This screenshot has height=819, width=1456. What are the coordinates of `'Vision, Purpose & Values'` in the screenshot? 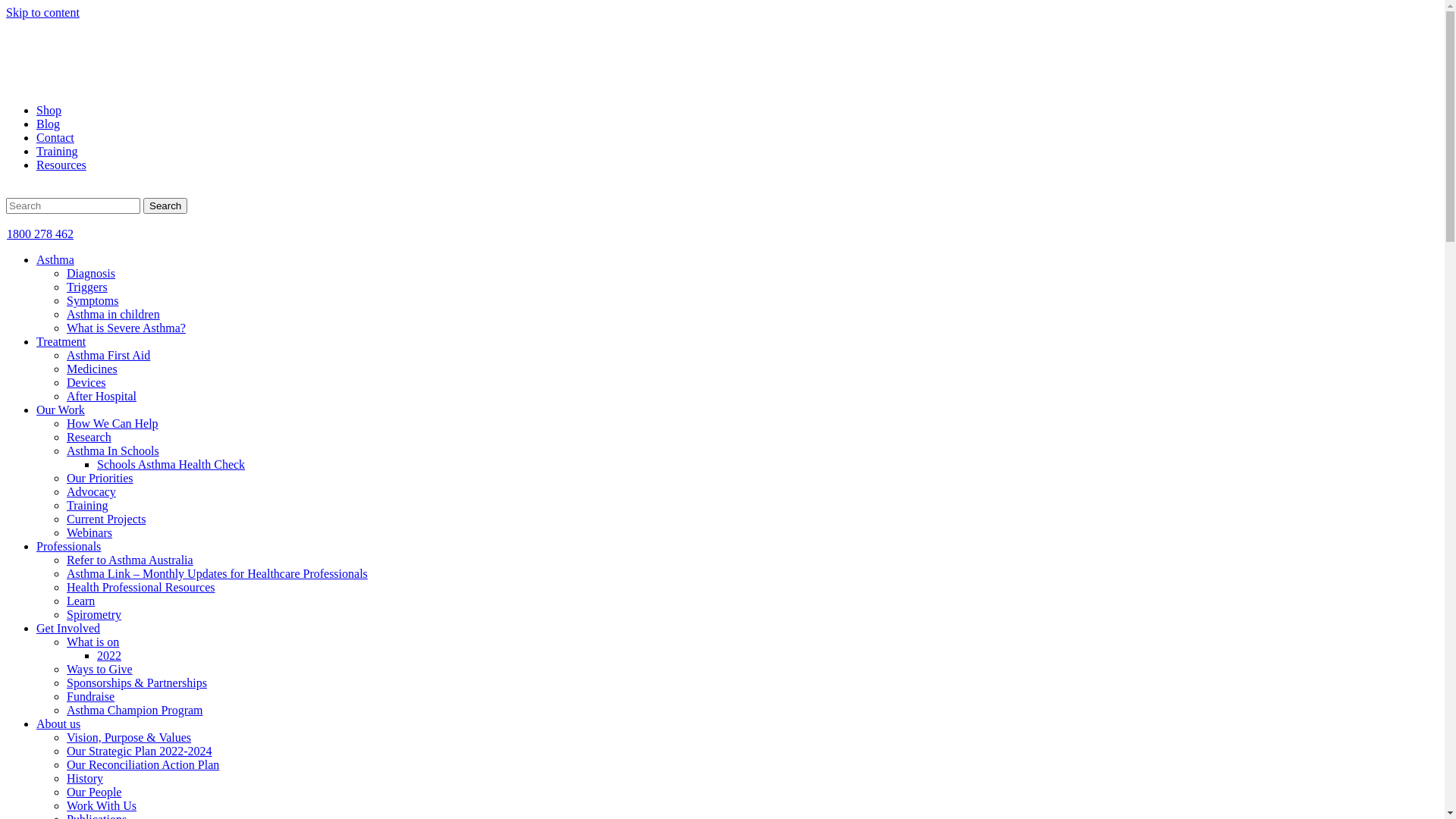 It's located at (128, 736).